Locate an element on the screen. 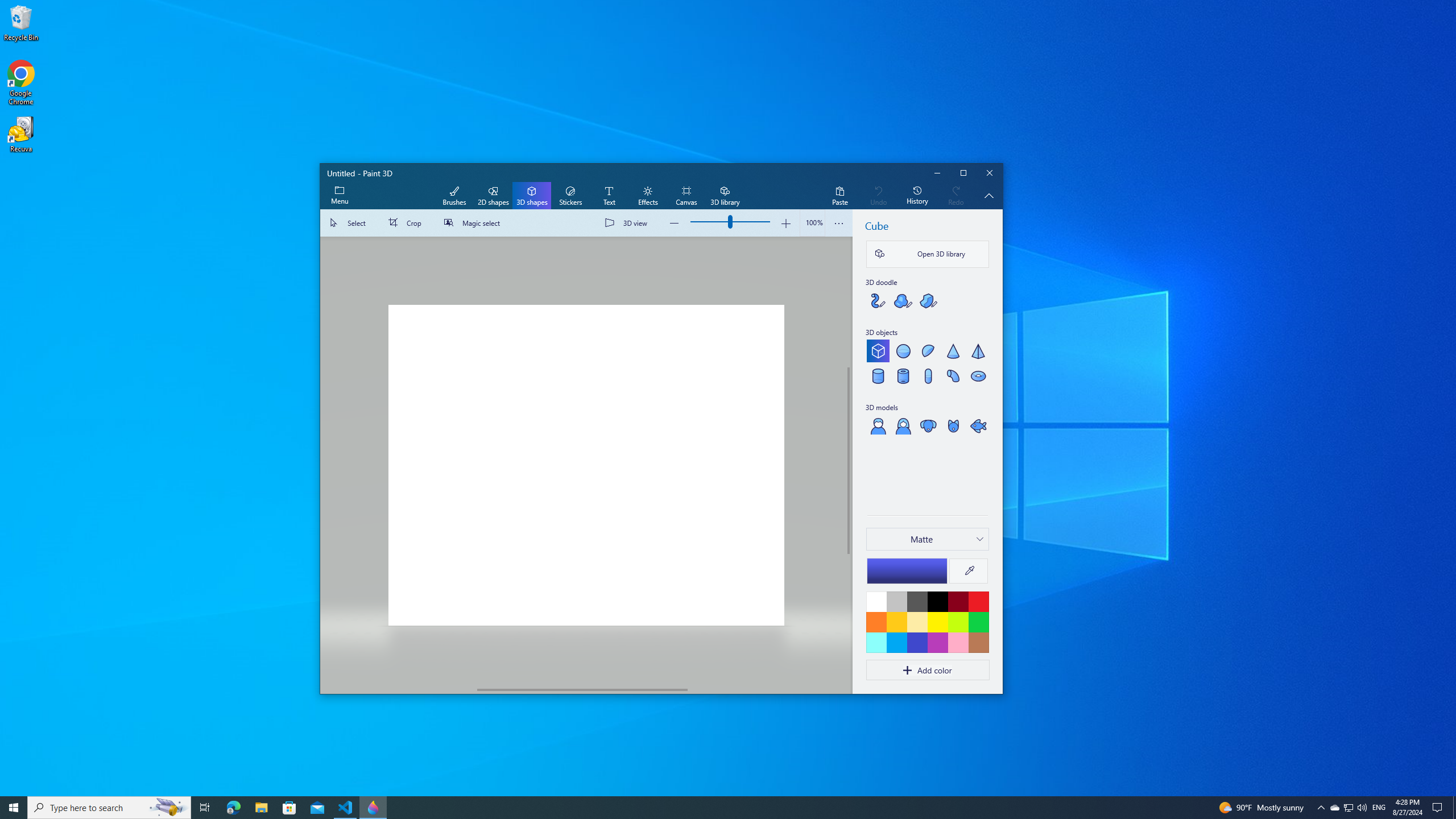 The height and width of the screenshot is (819, 1456). 'Red' is located at coordinates (978, 601).